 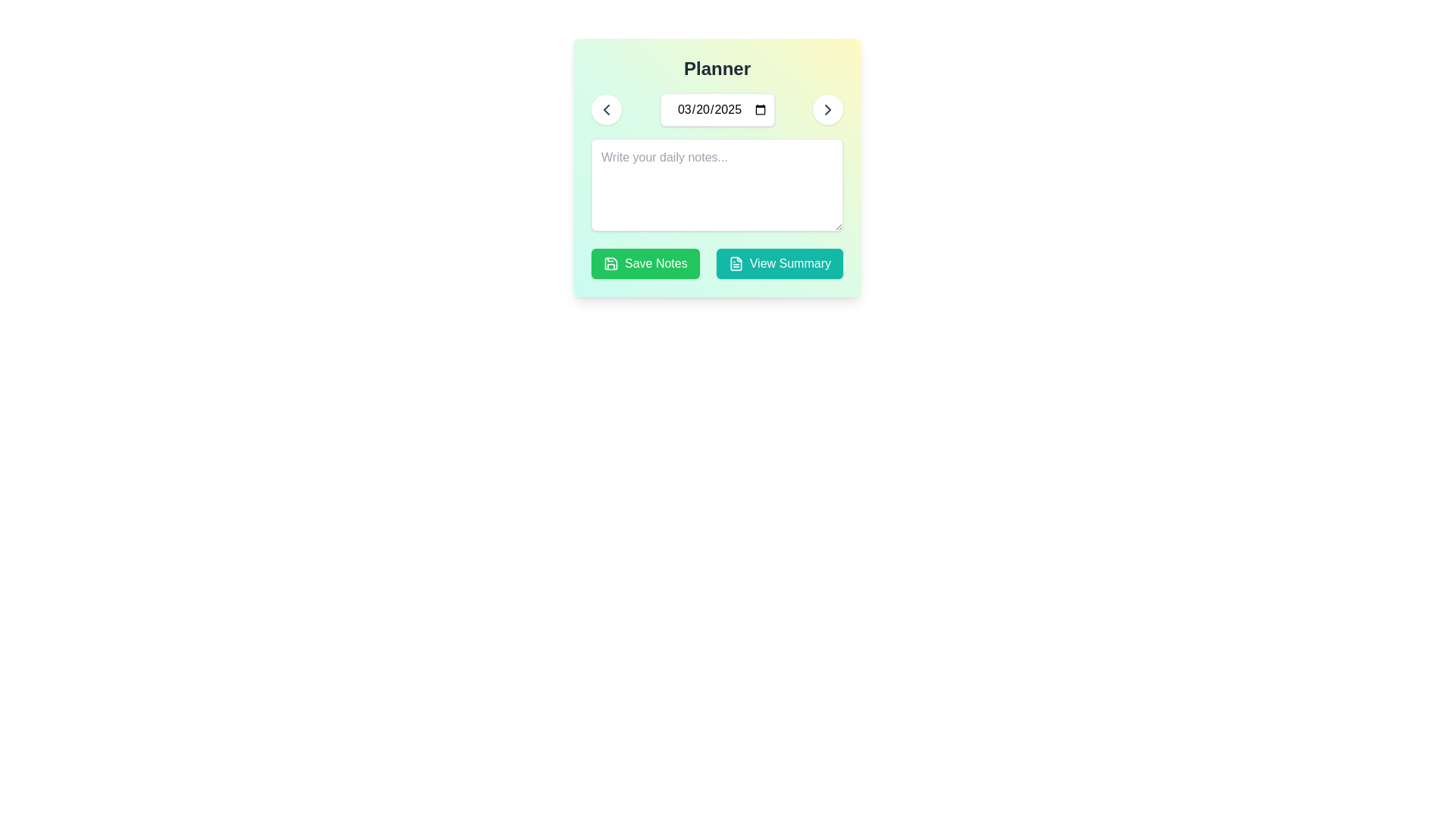 What do you see at coordinates (611, 262) in the screenshot?
I see `the 'Save Notes' icon located at the bottom left of the Planner interface` at bounding box center [611, 262].